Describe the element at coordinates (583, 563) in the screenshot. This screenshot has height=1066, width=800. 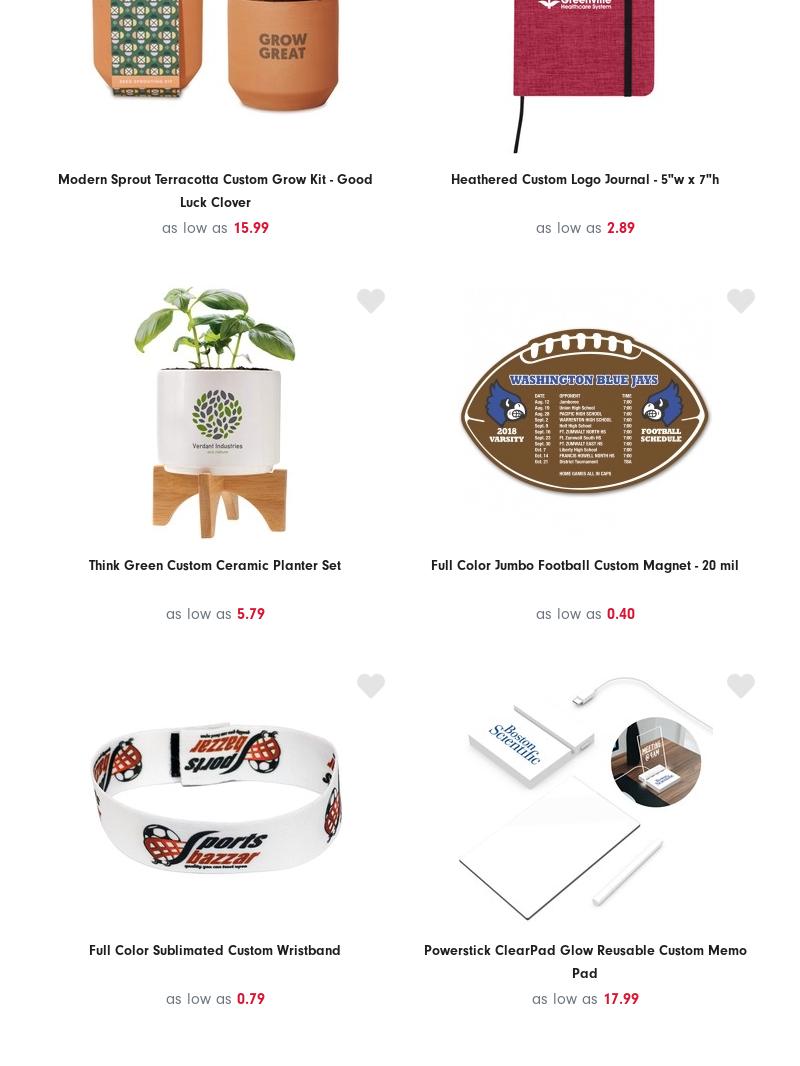
I see `'Full Color Jumbo Football Custom Magnet - 20 mil'` at that location.